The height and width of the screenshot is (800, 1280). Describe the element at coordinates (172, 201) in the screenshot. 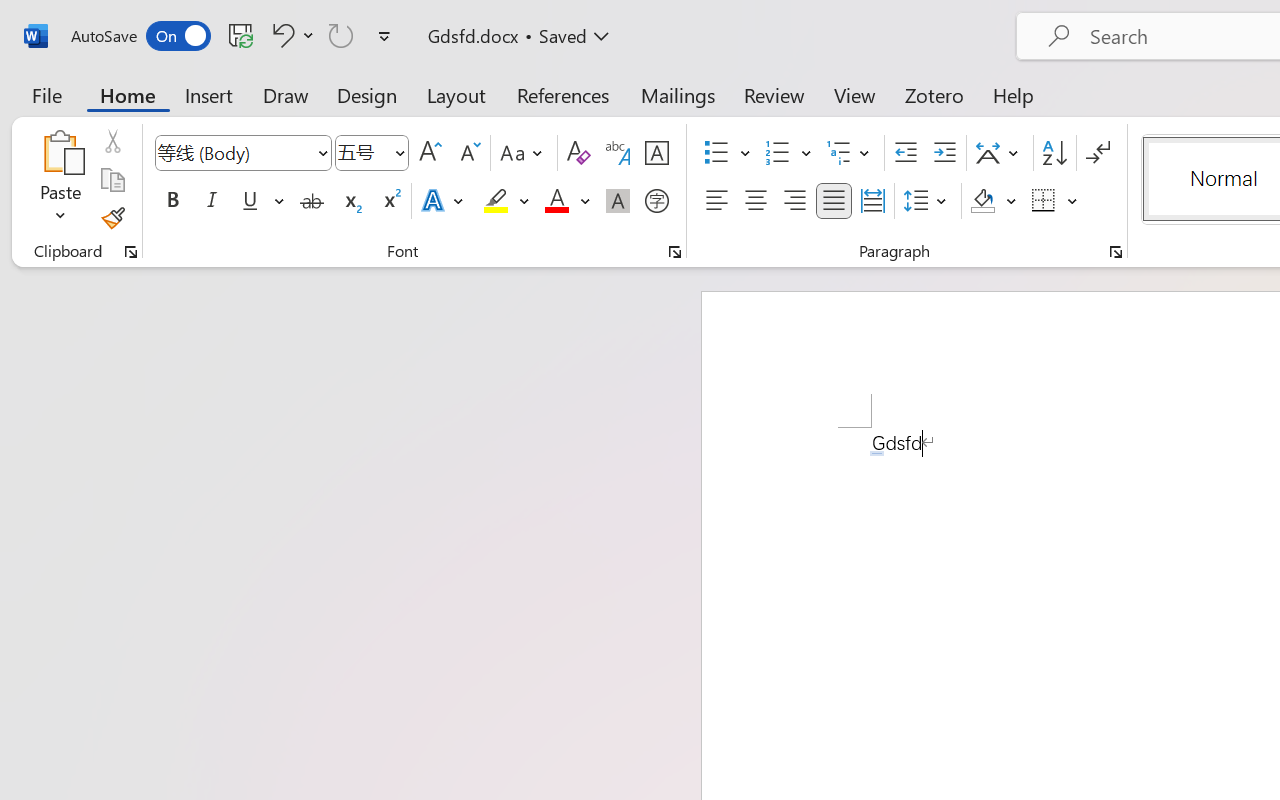

I see `'Bold'` at that location.